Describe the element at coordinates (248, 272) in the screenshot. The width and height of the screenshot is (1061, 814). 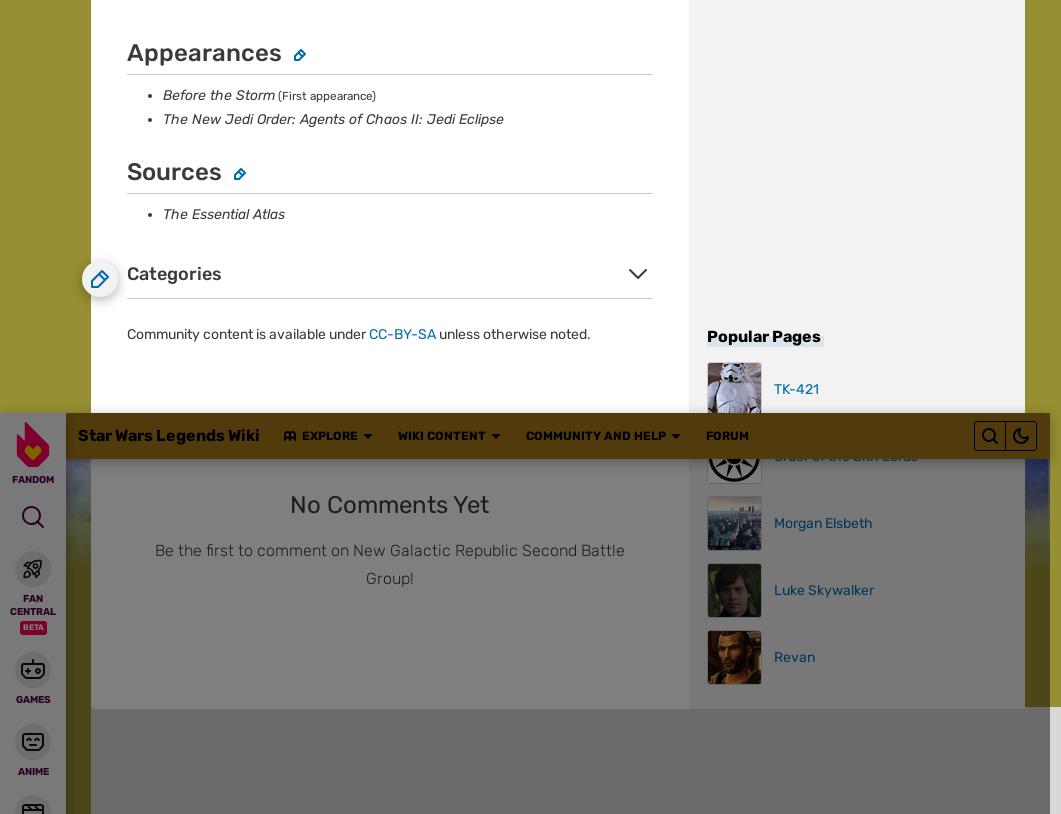
I see `'Battle of the Circarpous system (Galactic Civil War)'` at that location.